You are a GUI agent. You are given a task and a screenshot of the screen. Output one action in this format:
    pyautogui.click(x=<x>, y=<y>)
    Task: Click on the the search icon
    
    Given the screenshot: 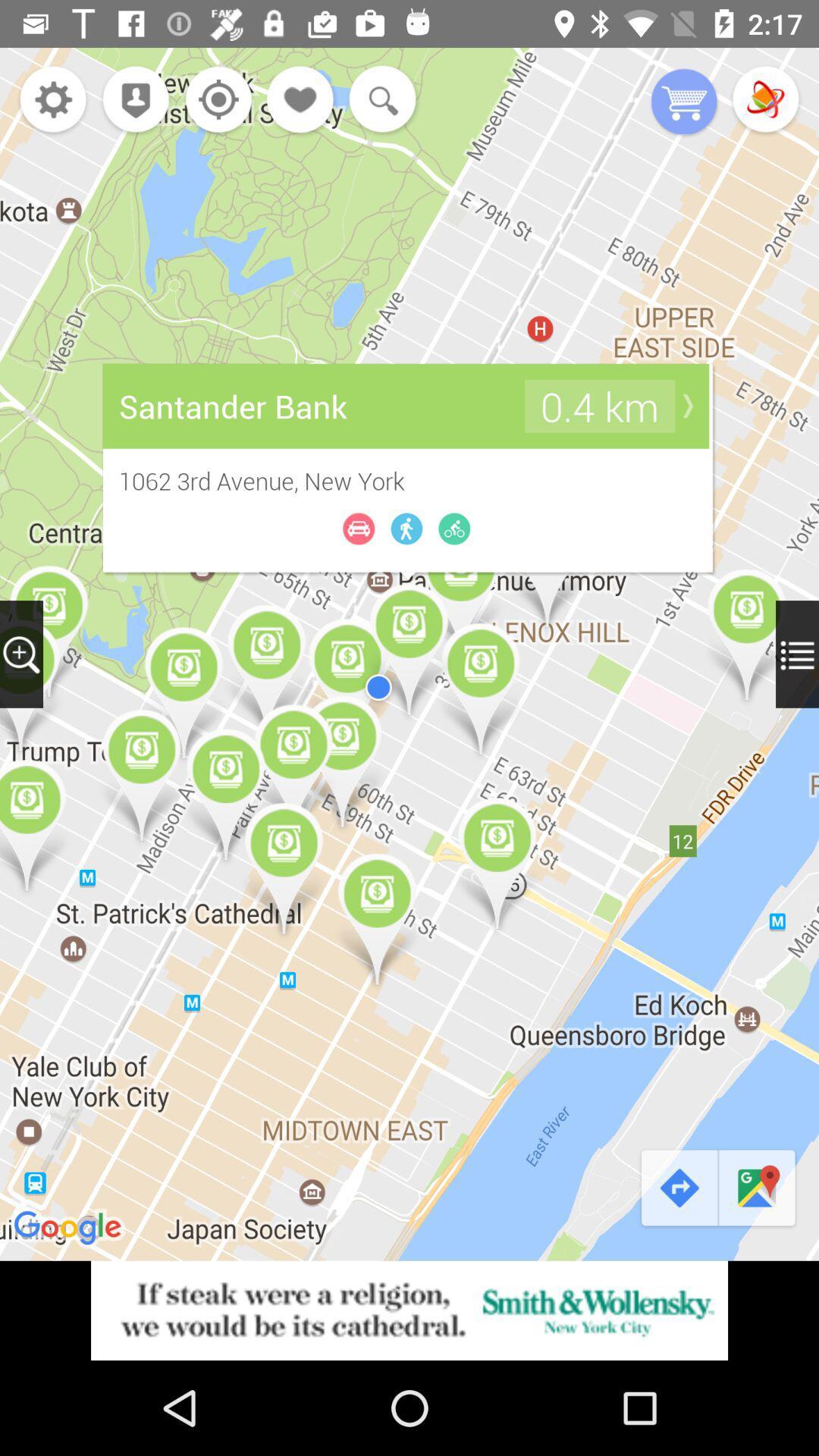 What is the action you would take?
    pyautogui.click(x=378, y=100)
    